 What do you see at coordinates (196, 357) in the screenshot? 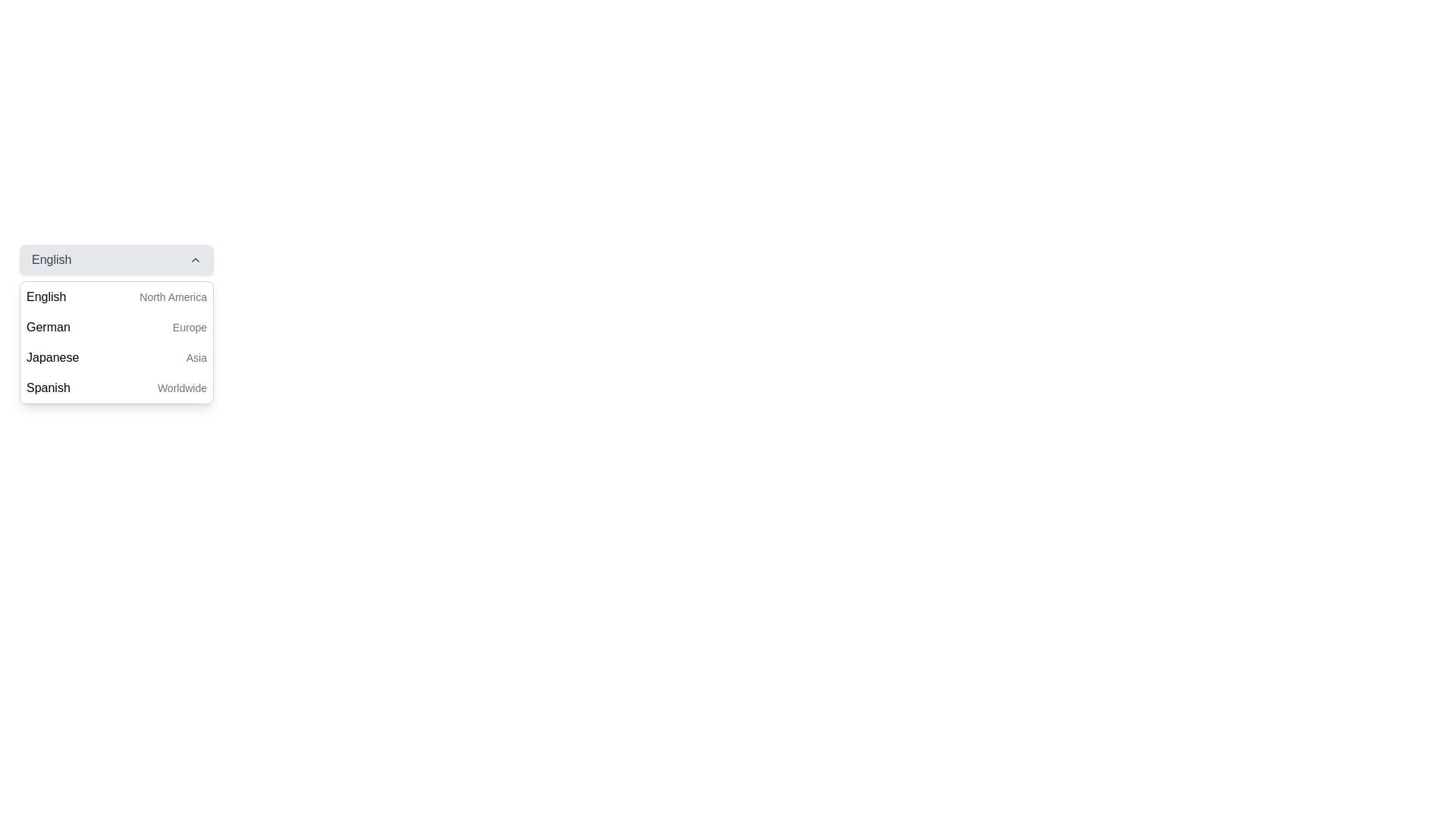
I see `the Text label indicating the region-related categorization for the 'Japanese' language option in the dropdown menu` at bounding box center [196, 357].